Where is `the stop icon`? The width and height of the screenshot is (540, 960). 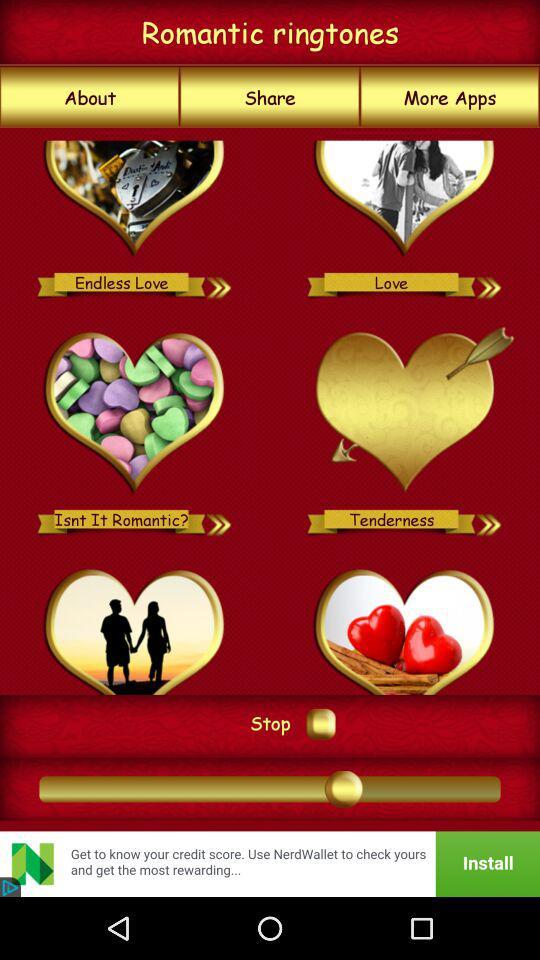
the stop icon is located at coordinates (270, 721).